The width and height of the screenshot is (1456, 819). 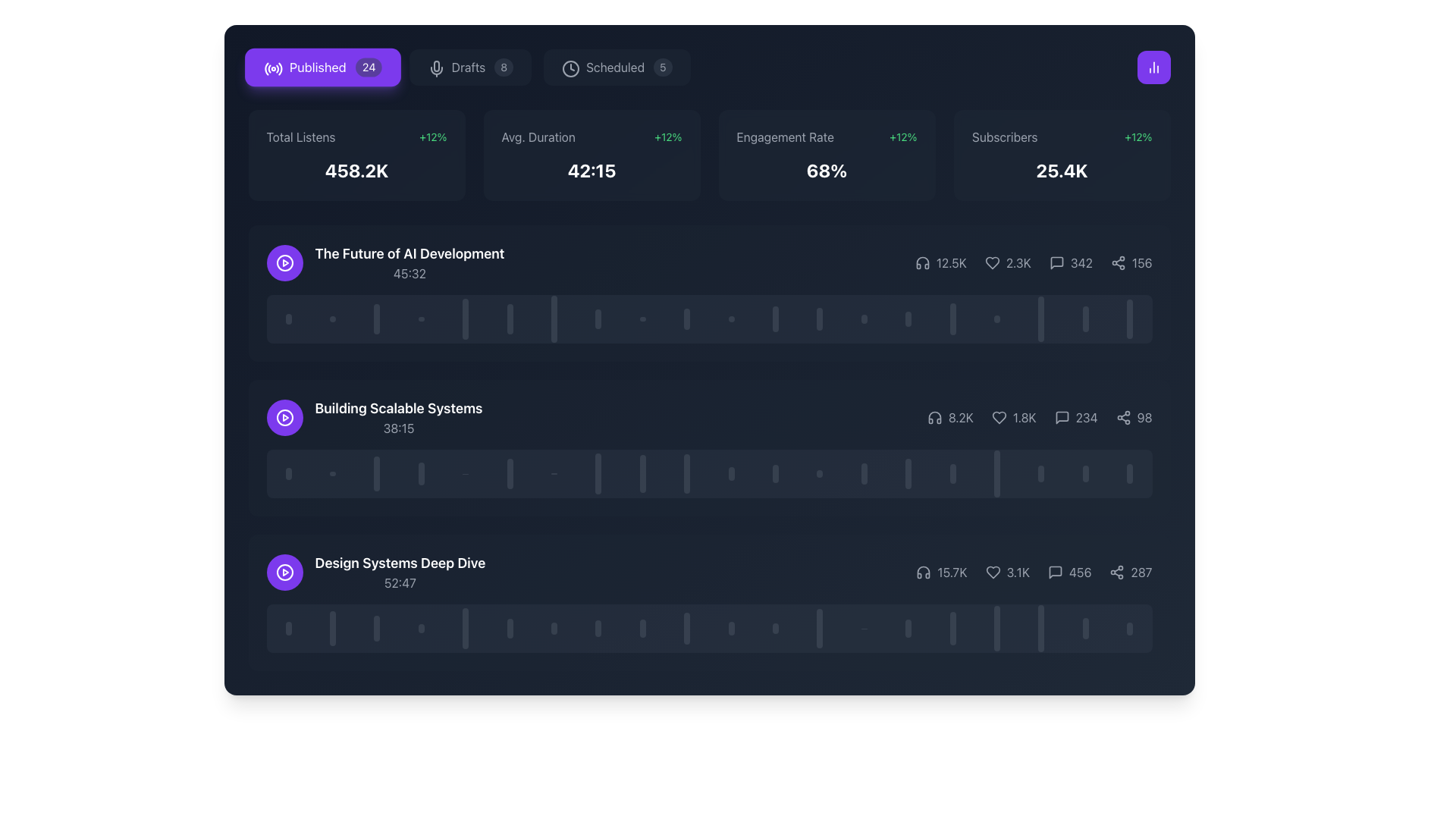 What do you see at coordinates (1130, 629) in the screenshot?
I see `the last visual marker or progress indicator, which is a narrow, rounded vertical bar with a gray color and partial transparency, located at the bottom-right corner under 'Design Systems Deep Dive'` at bounding box center [1130, 629].